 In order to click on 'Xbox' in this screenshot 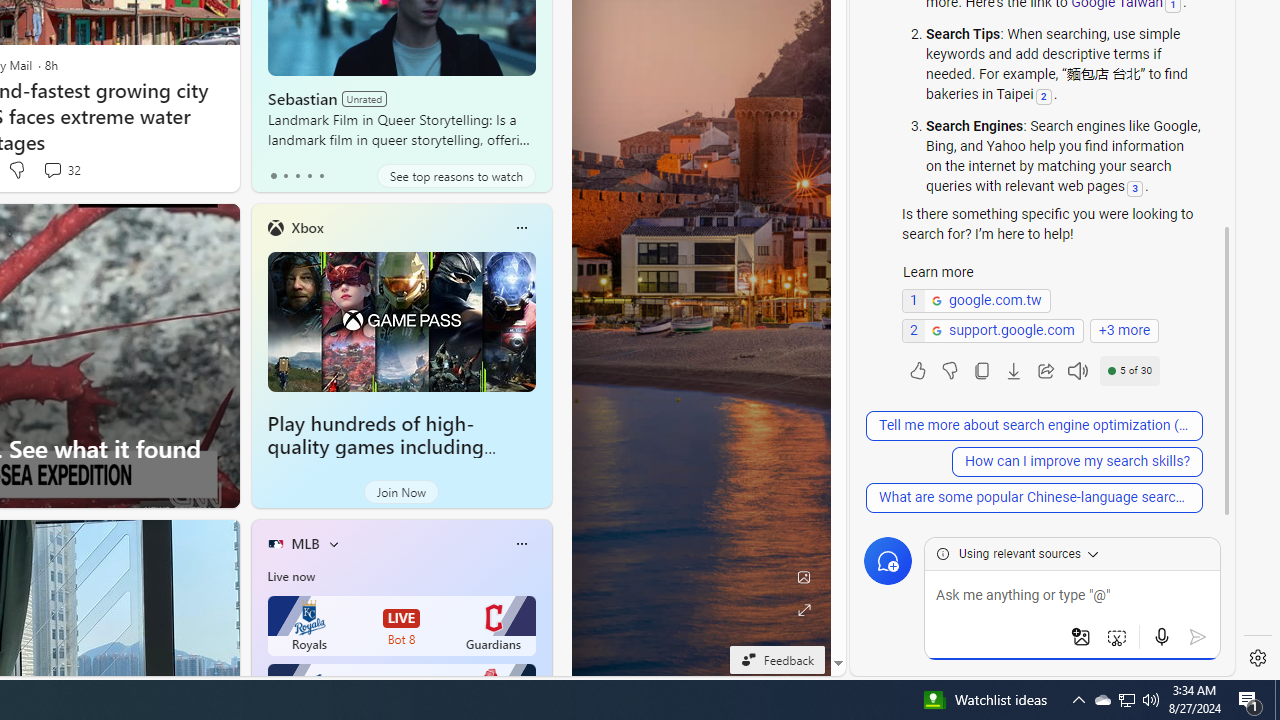, I will do `click(306, 226)`.